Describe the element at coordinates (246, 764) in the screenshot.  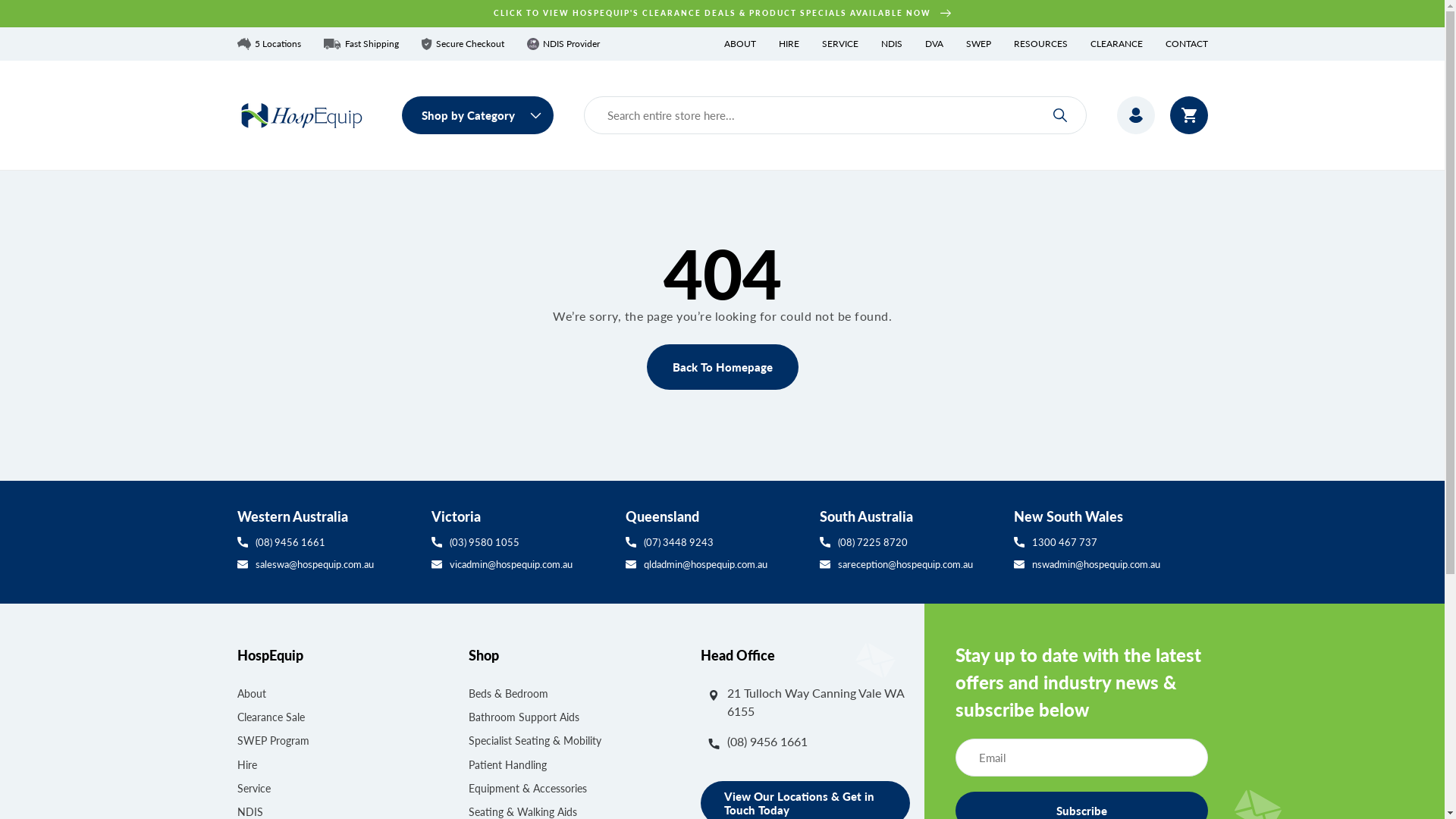
I see `'Hire'` at that location.